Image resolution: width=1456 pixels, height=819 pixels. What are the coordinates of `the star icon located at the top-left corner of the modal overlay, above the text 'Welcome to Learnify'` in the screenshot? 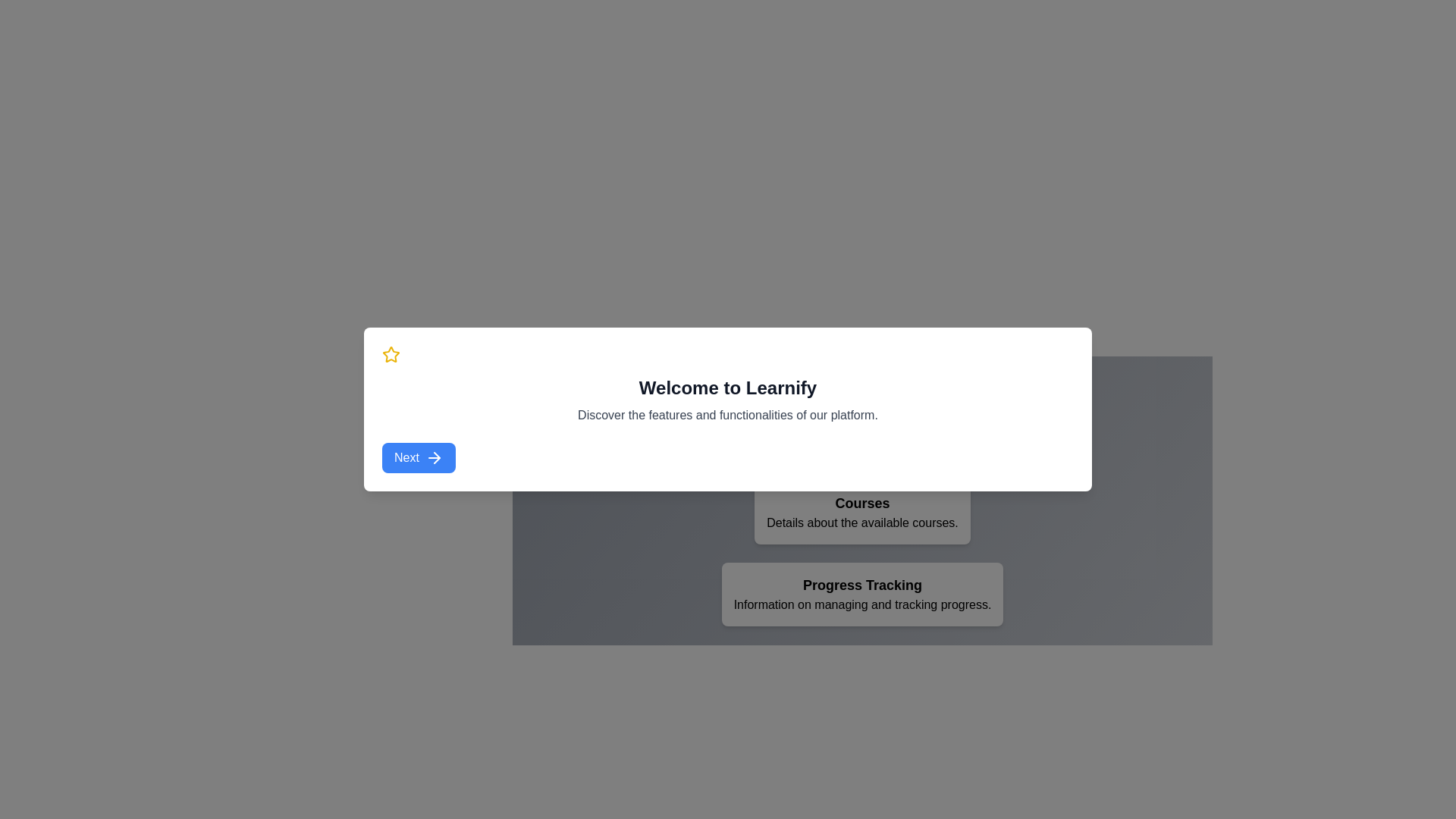 It's located at (391, 353).